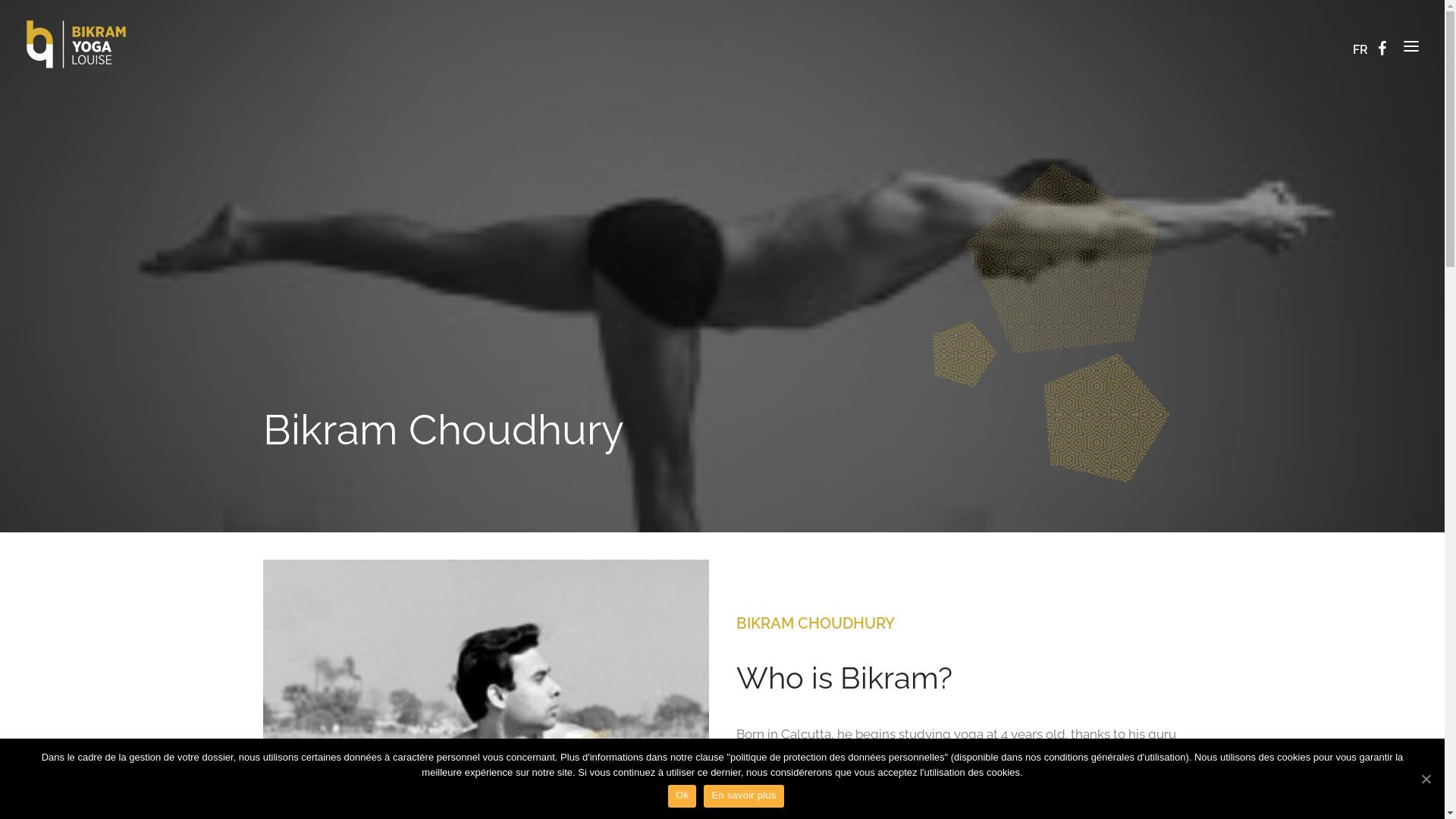 The image size is (1456, 819). What do you see at coordinates (681, 795) in the screenshot?
I see `'Ok'` at bounding box center [681, 795].